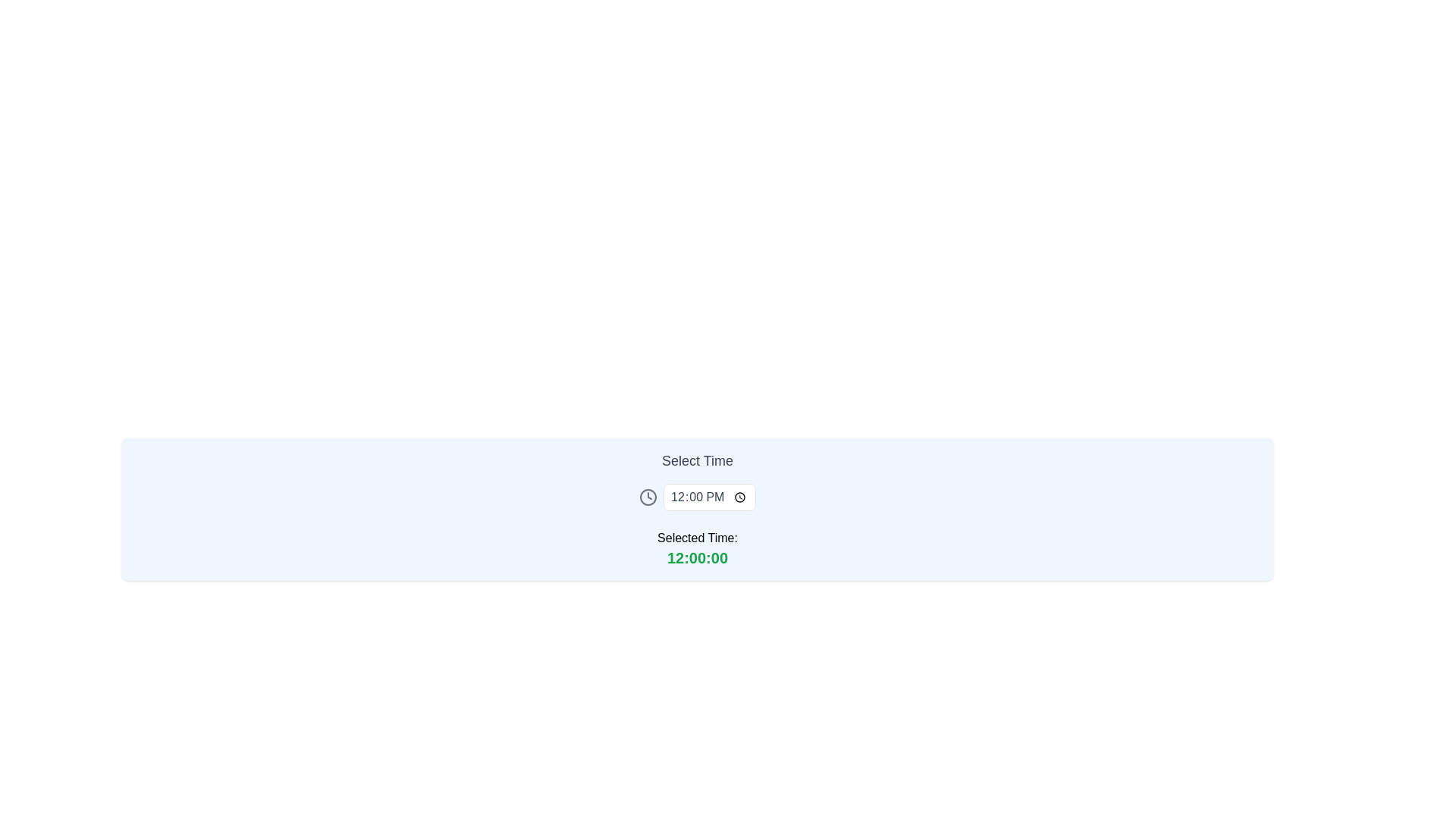  I want to click on the clock icon, which is the first element in a horizontal arrangement containing a time display field and an associated button, so click(648, 497).